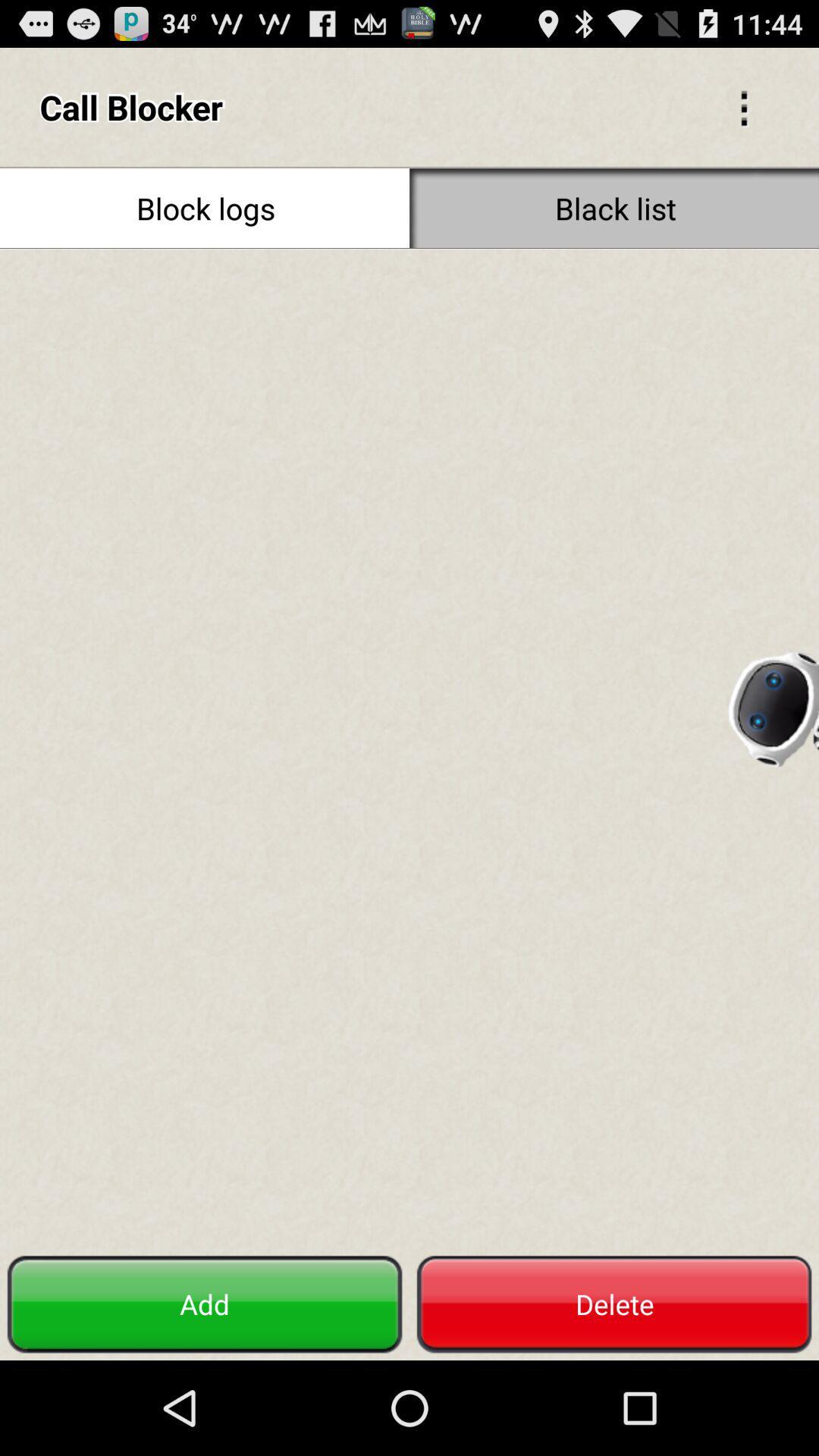  I want to click on the icon next to call blocker item, so click(743, 106).